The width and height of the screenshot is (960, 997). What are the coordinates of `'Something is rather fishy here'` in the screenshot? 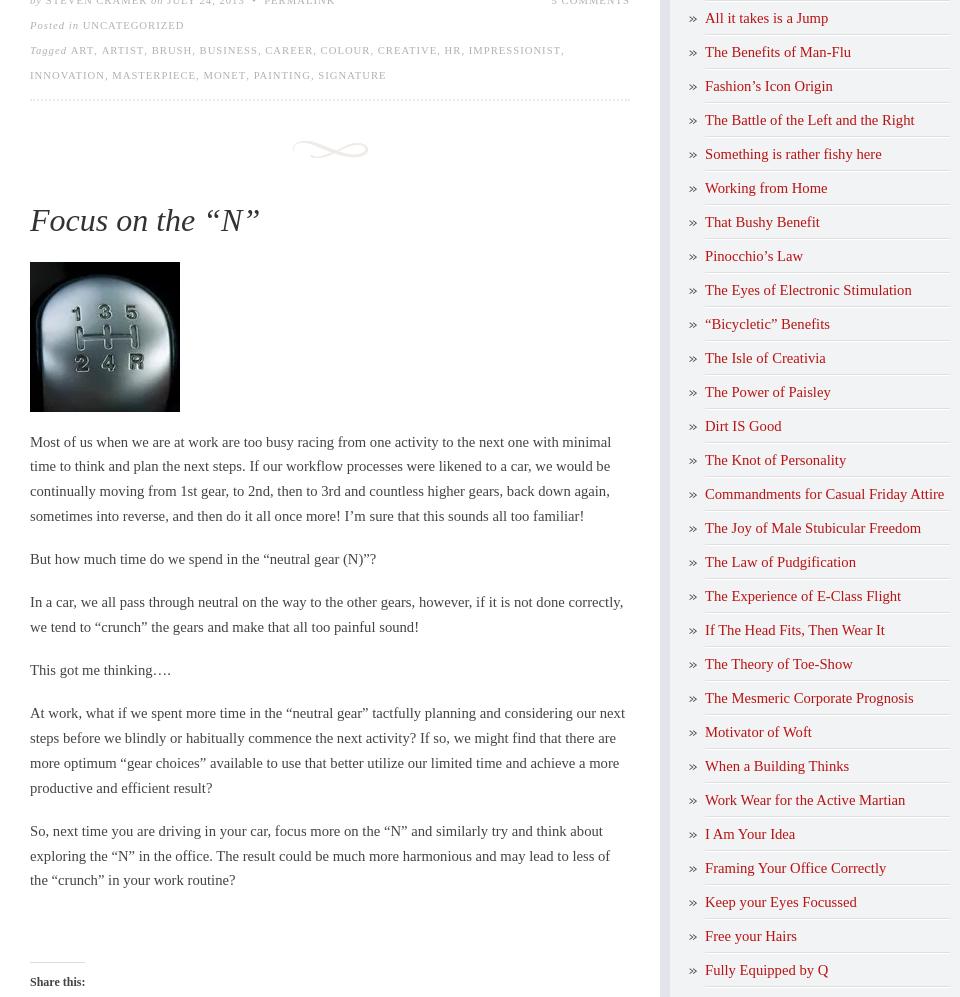 It's located at (792, 152).